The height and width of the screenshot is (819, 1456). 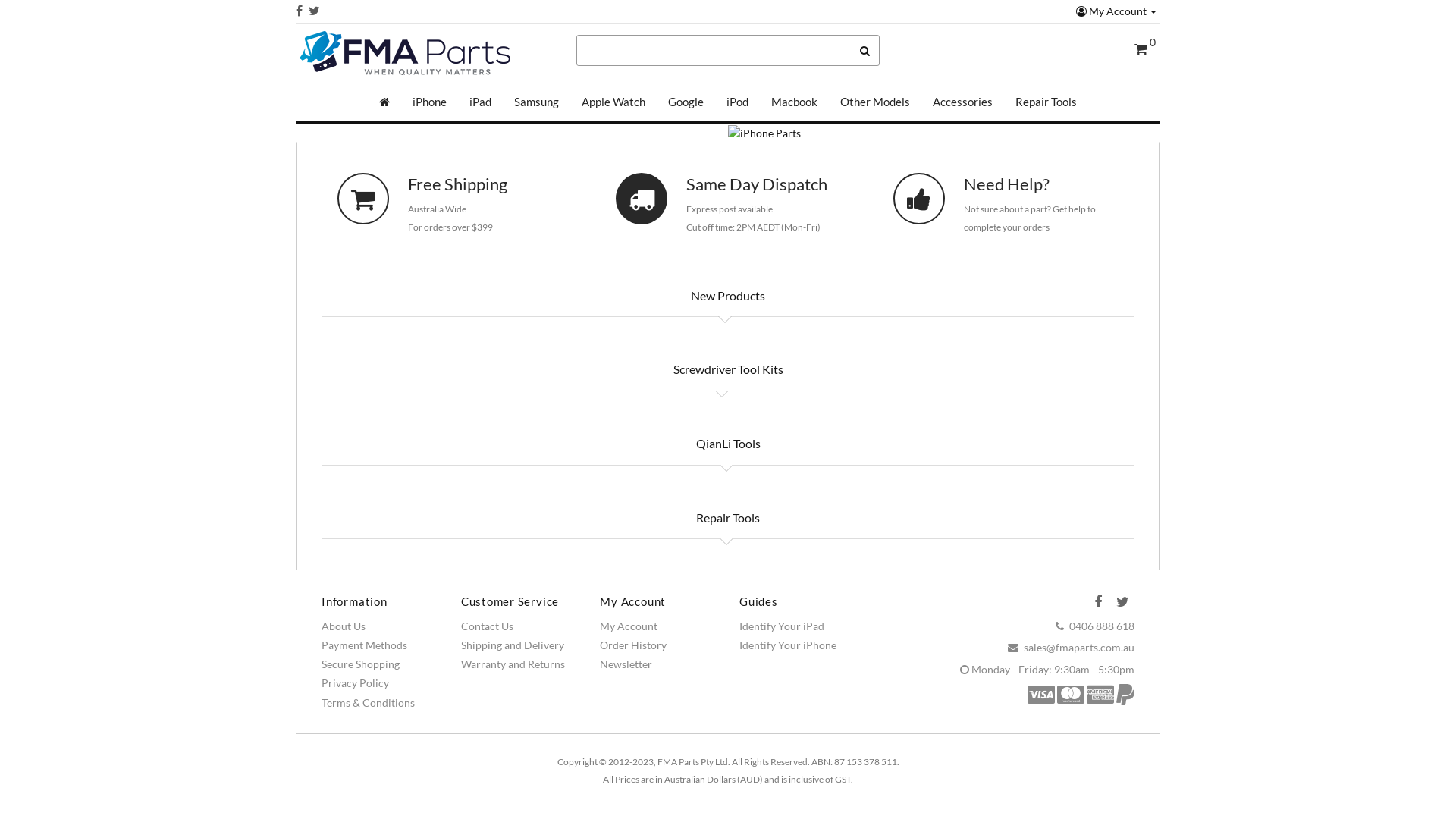 What do you see at coordinates (384, 102) in the screenshot?
I see `'Home'` at bounding box center [384, 102].